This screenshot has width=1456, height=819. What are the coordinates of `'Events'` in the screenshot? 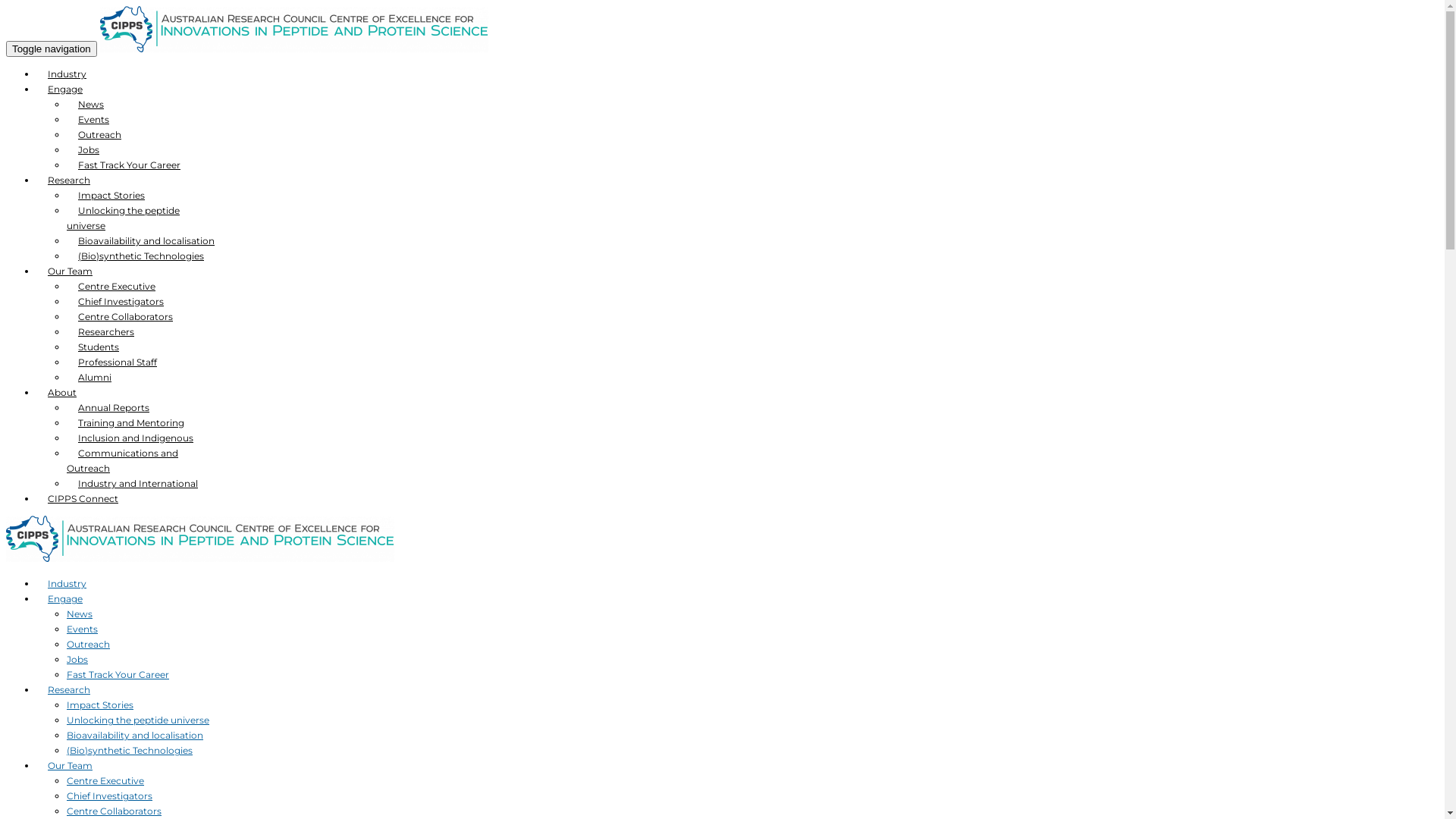 It's located at (81, 629).